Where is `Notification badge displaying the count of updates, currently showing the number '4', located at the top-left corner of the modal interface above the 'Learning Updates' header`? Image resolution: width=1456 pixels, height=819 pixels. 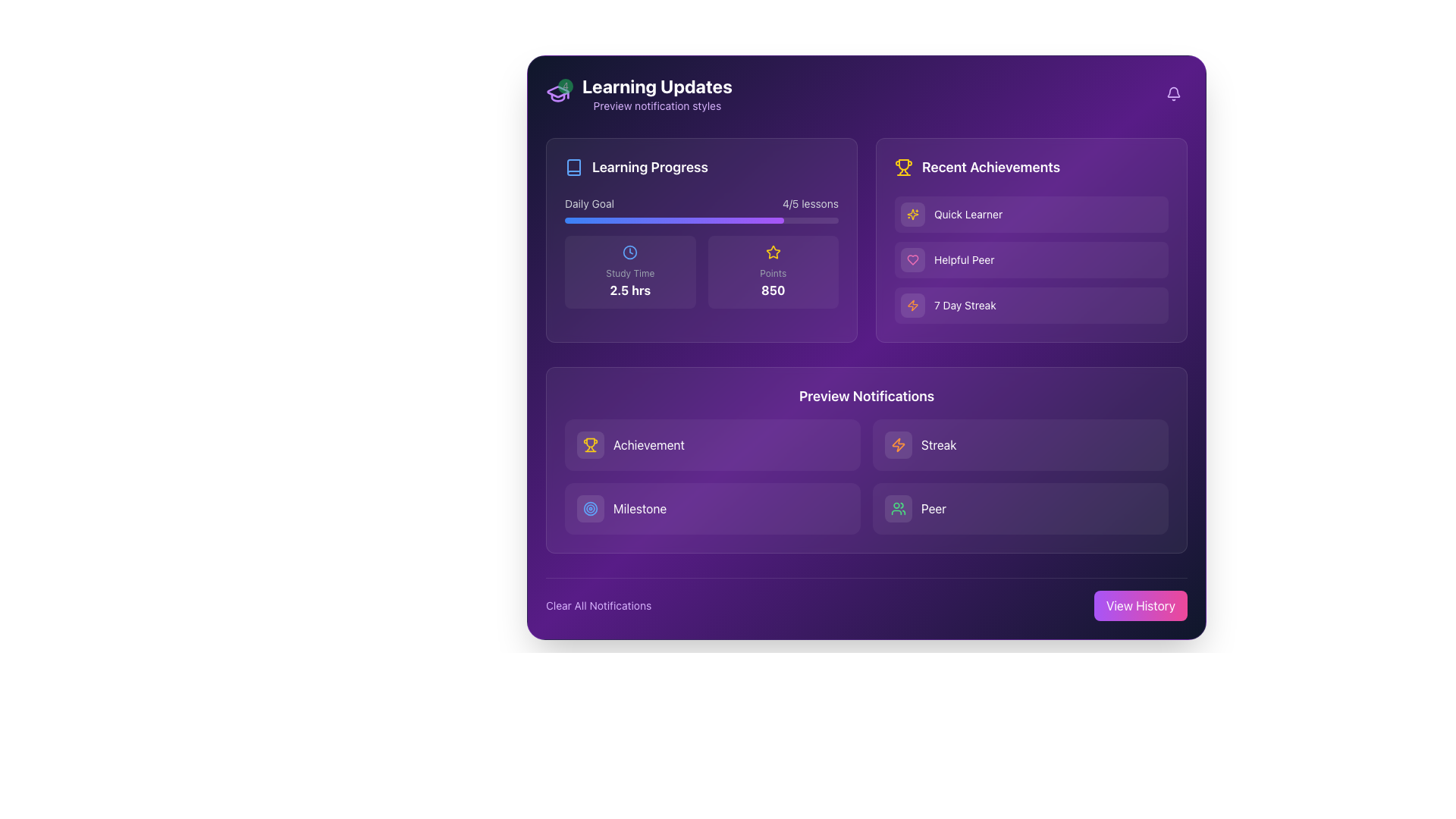
Notification badge displaying the count of updates, currently showing the number '4', located at the top-left corner of the modal interface above the 'Learning Updates' header is located at coordinates (557, 93).